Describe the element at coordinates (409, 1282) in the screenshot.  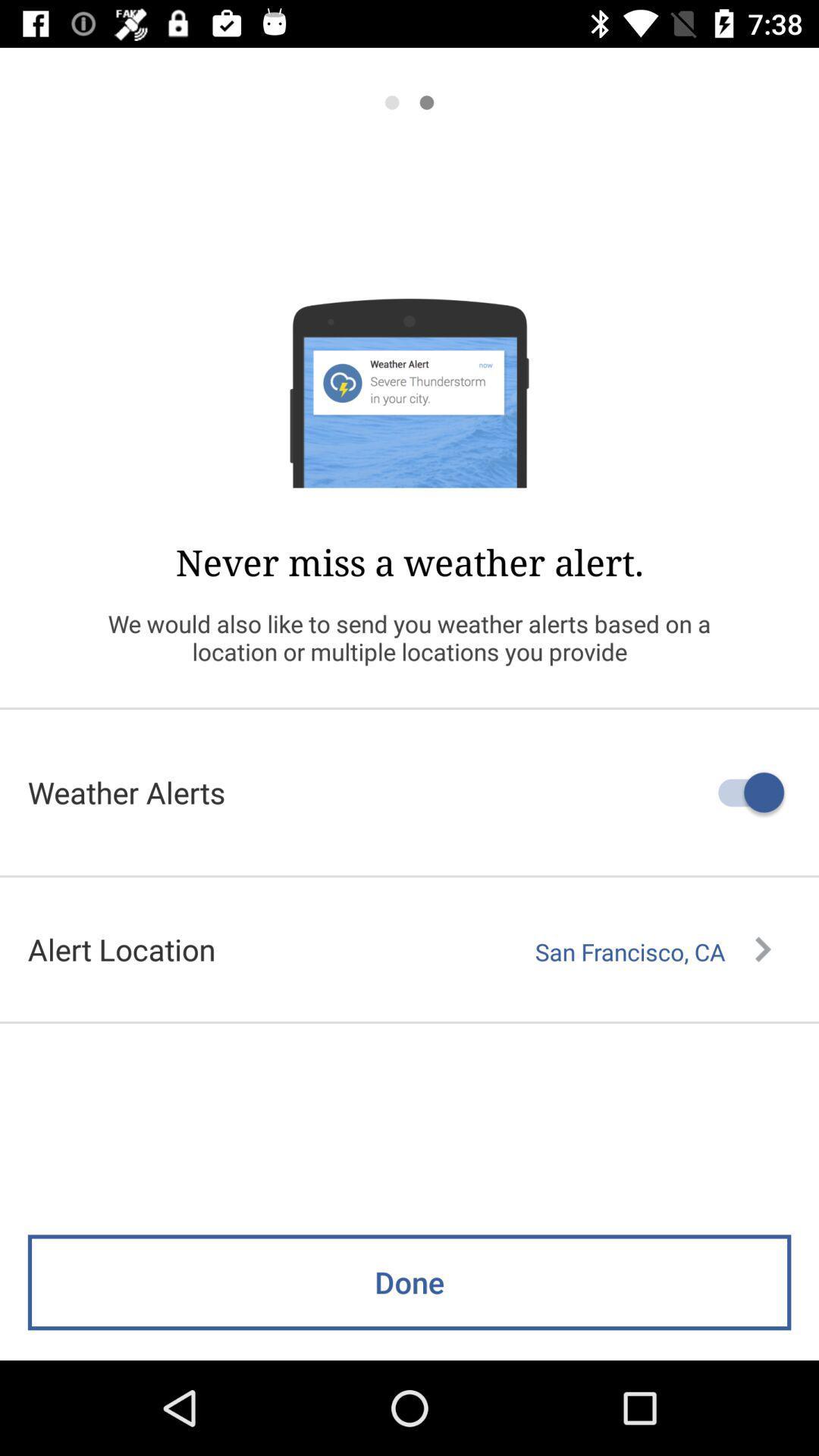
I see `the done icon` at that location.